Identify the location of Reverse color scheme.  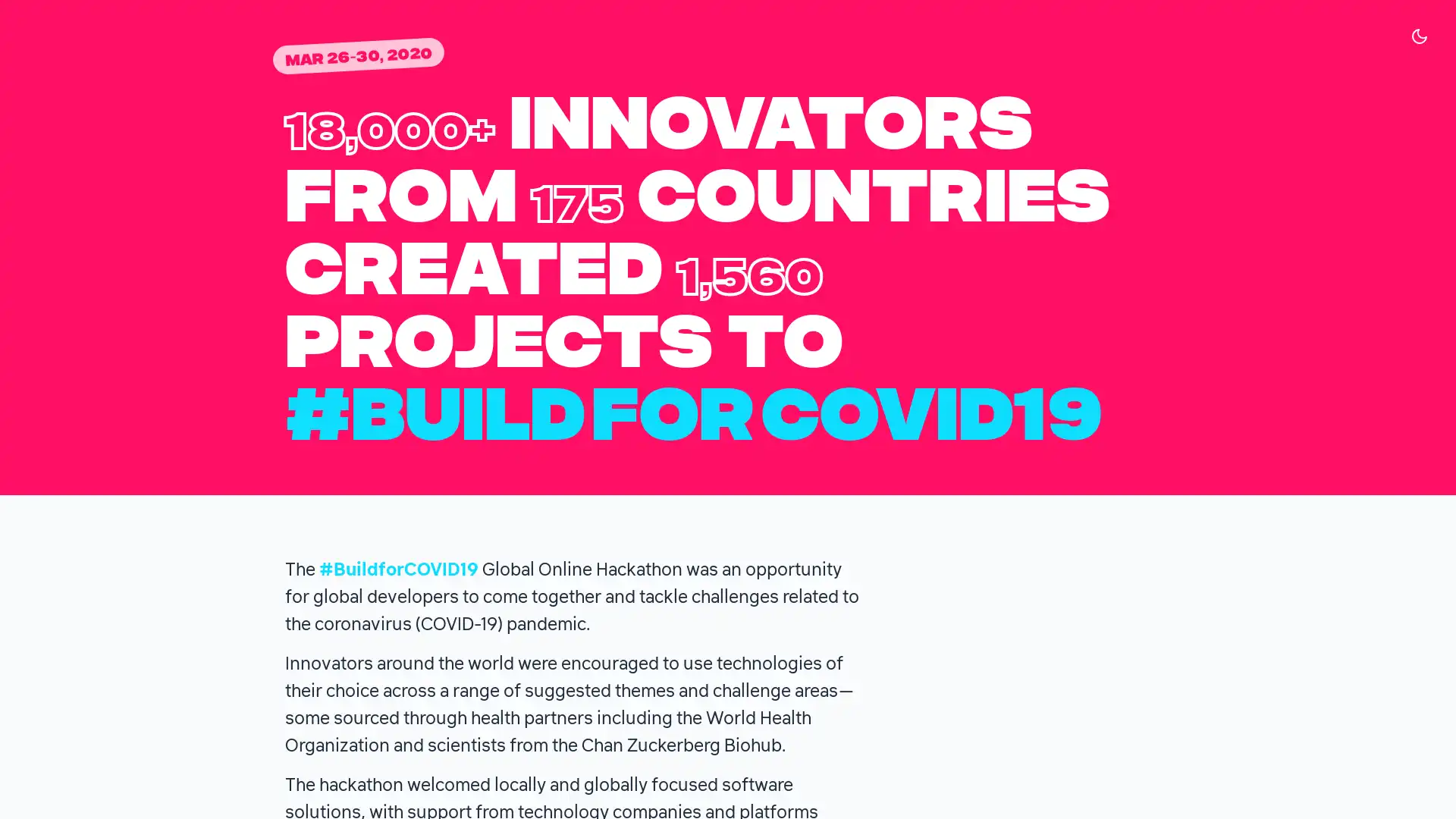
(1419, 35).